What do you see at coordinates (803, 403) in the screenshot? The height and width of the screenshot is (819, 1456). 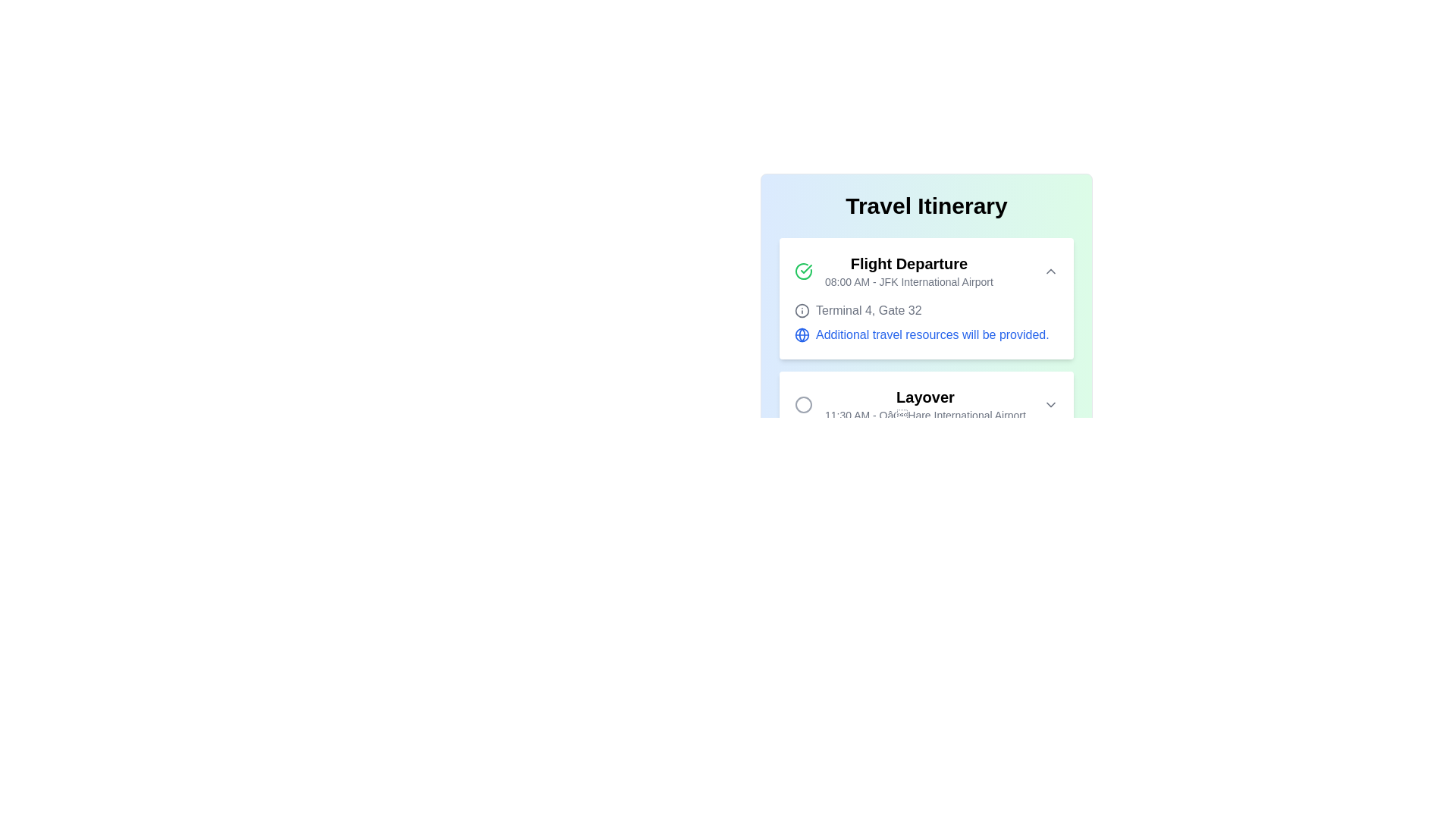 I see `the minimalistic gray circular icon located to the left of the 'Layover' text in the 'Travel Itinerary' interface` at bounding box center [803, 403].